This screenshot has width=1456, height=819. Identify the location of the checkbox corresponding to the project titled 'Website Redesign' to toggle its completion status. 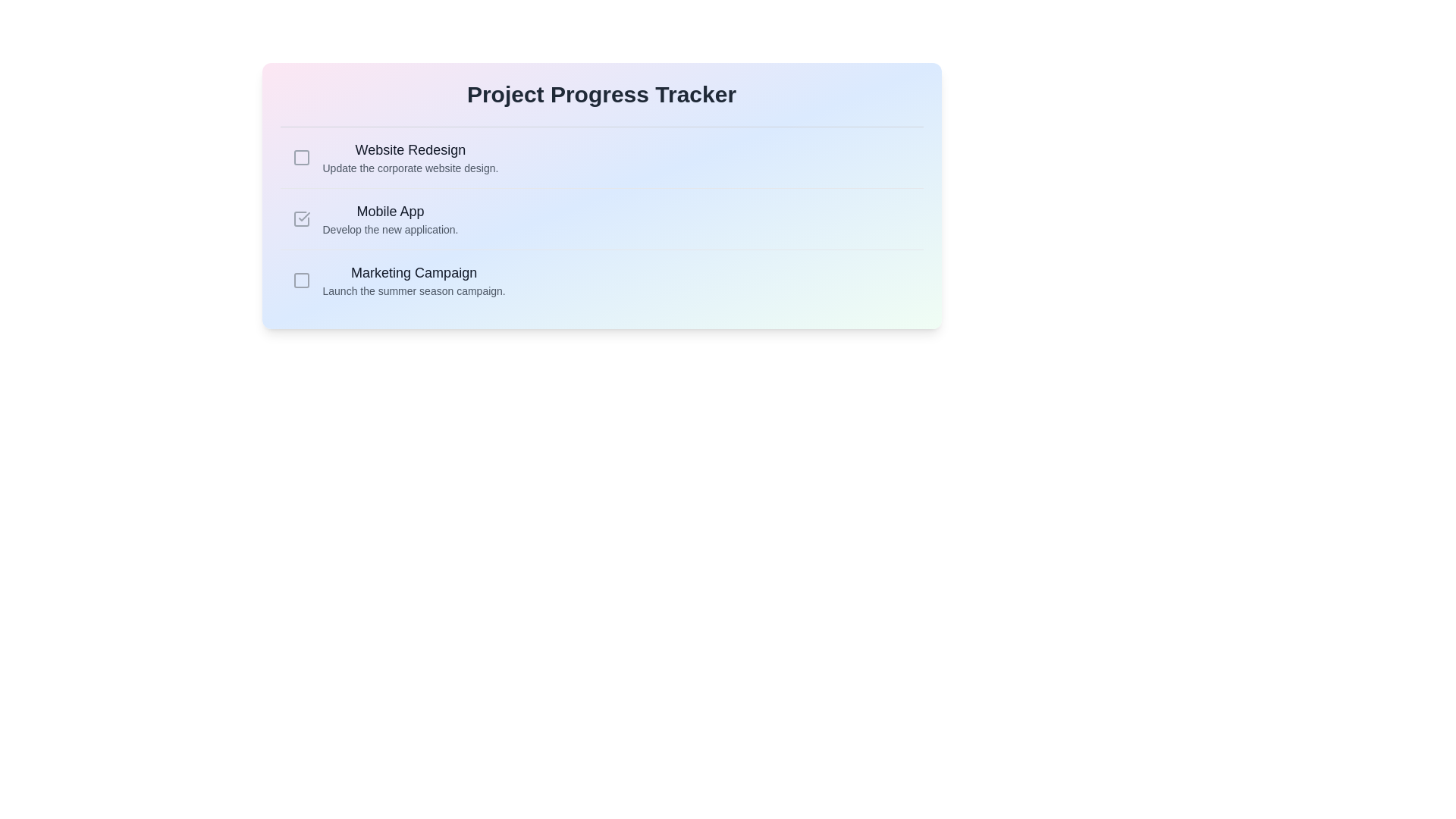
(301, 158).